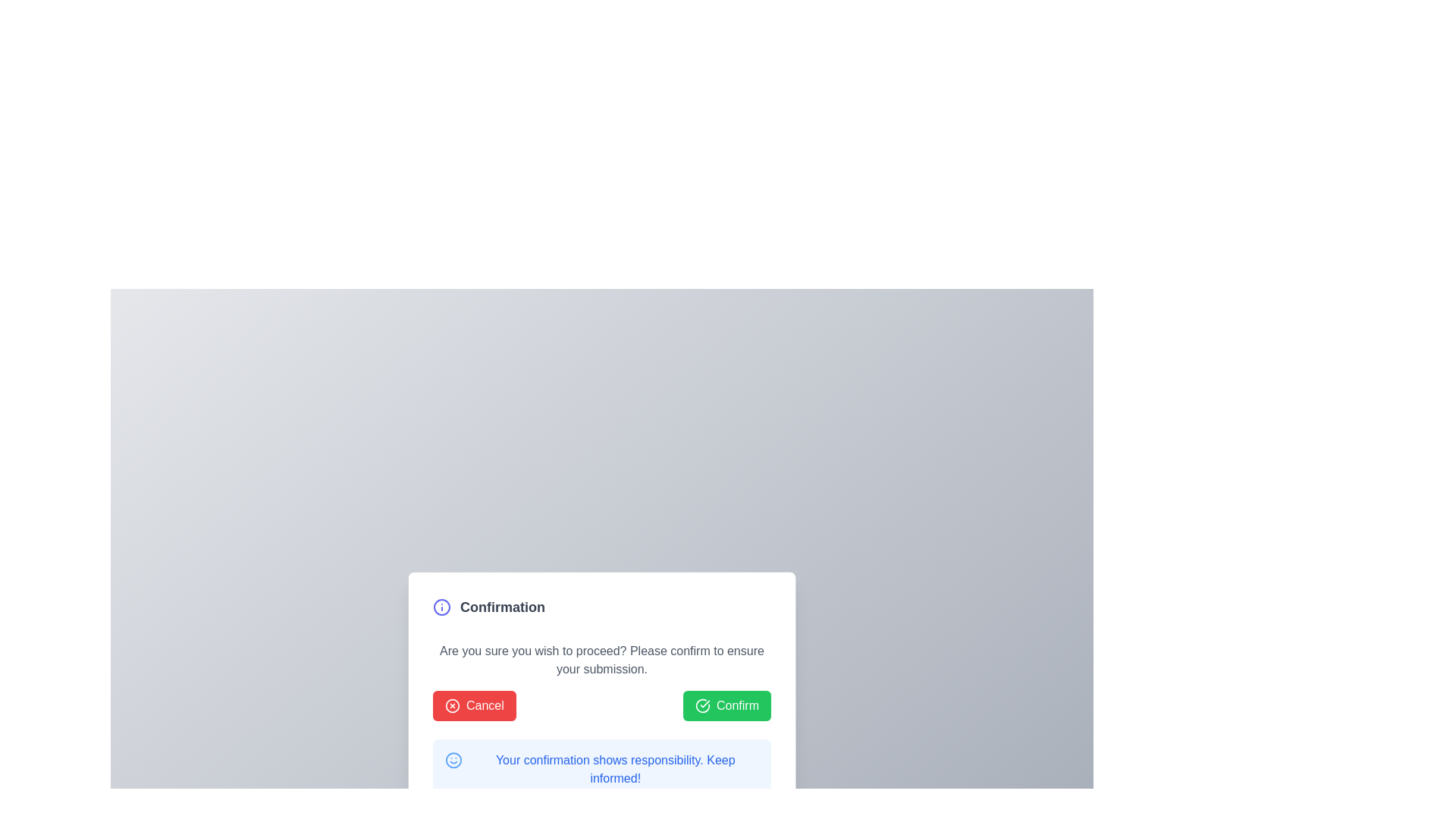 The image size is (1456, 819). What do you see at coordinates (601, 769) in the screenshot?
I see `message from the blue informational banner or alert box containing the text 'Your confirmation shows responsibility. Keep informed!'` at bounding box center [601, 769].